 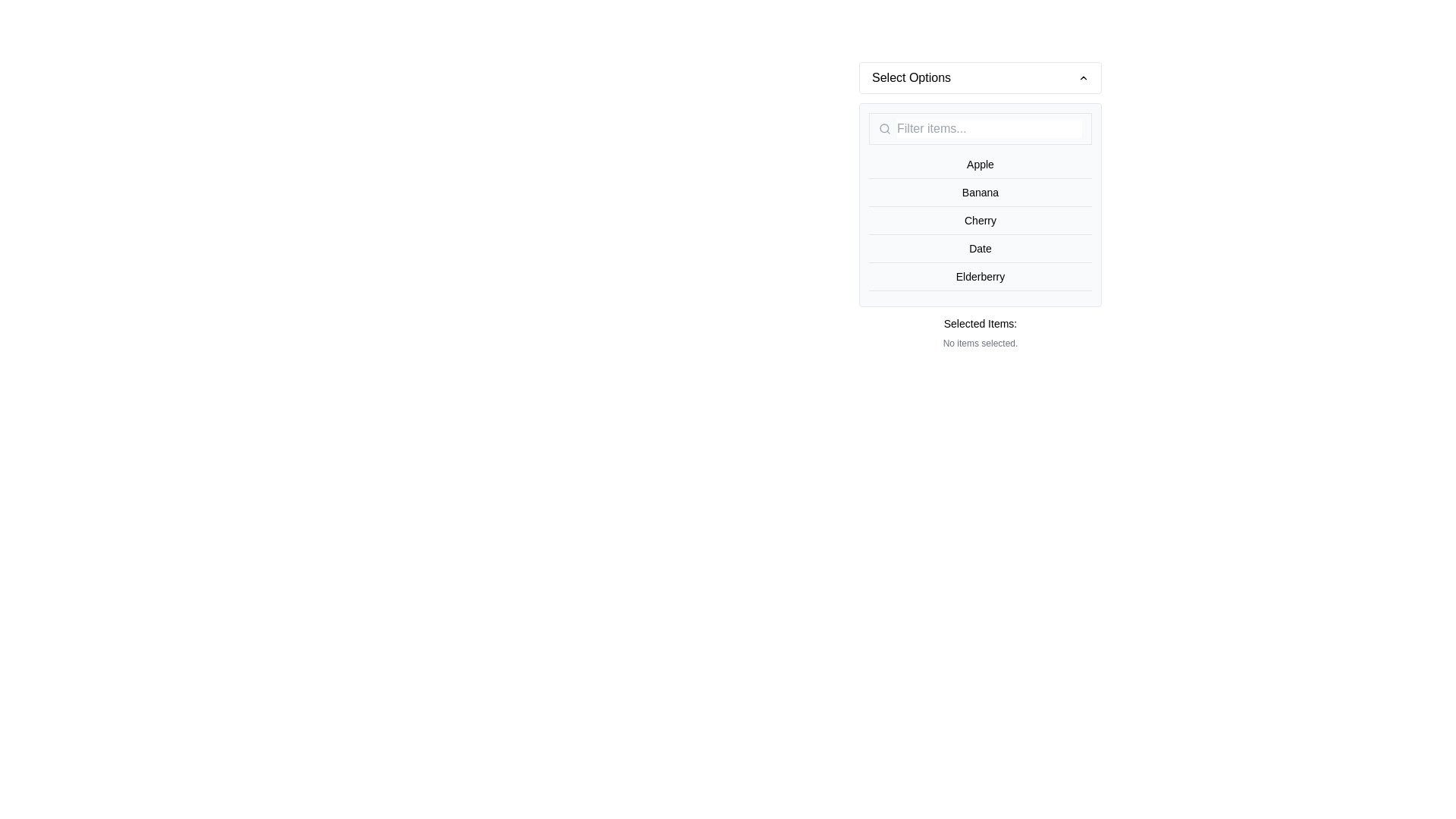 I want to click on the 'Elderberry' option in the dropdown list, so click(x=980, y=277).